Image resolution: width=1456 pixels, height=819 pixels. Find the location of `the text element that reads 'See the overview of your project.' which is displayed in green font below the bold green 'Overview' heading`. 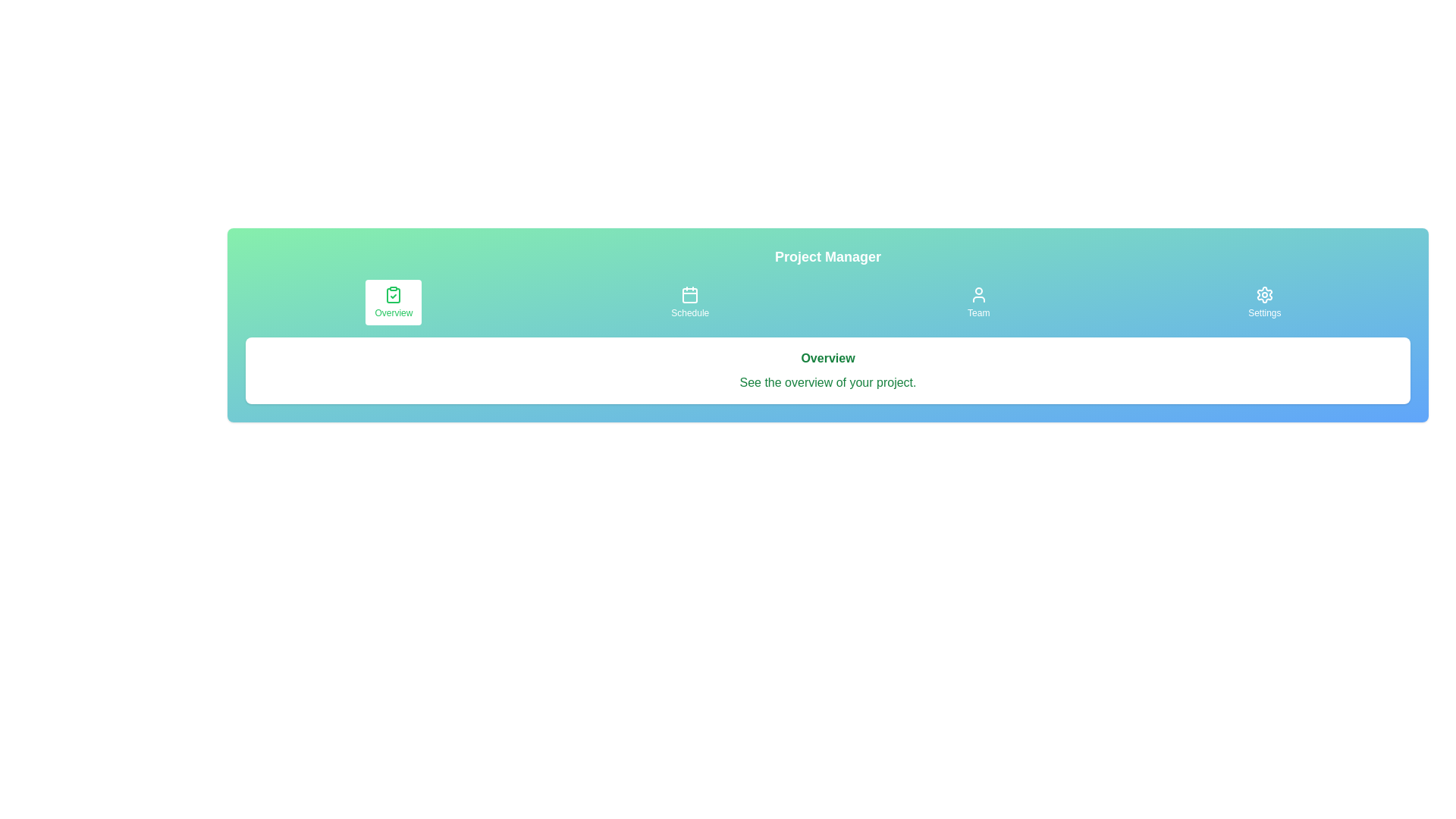

the text element that reads 'See the overview of your project.' which is displayed in green font below the bold green 'Overview' heading is located at coordinates (827, 382).